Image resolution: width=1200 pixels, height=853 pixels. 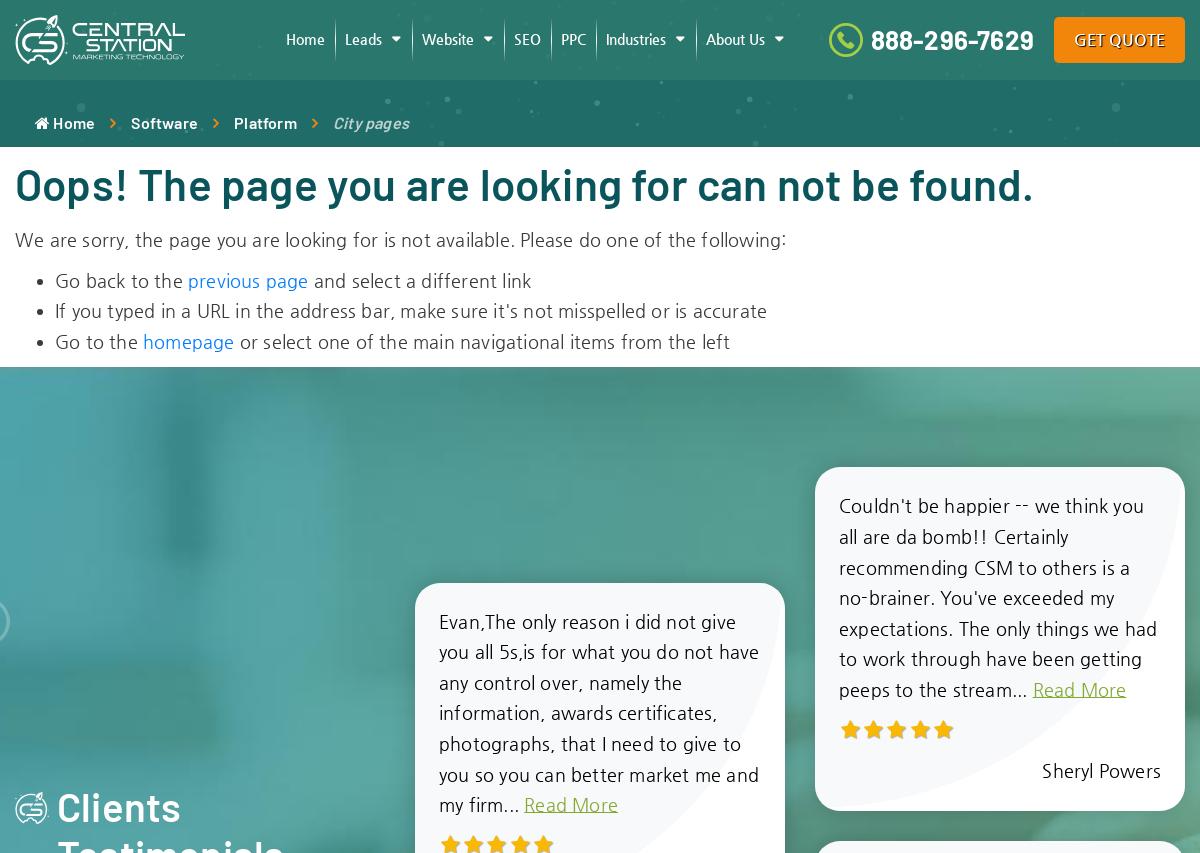 What do you see at coordinates (729, 134) in the screenshot?
I see `'Platform  Features'` at bounding box center [729, 134].